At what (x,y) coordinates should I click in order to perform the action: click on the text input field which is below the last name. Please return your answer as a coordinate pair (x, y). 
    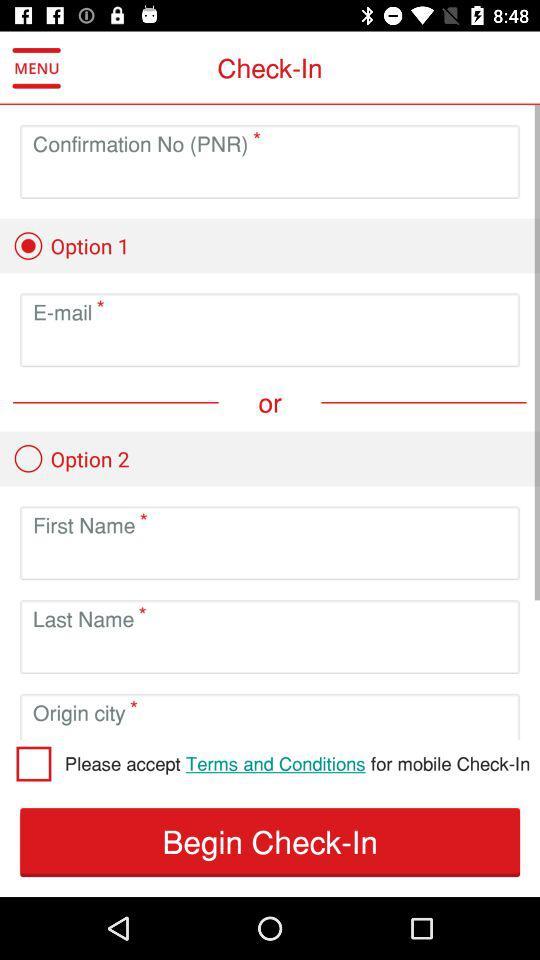
    Looking at the image, I should click on (270, 651).